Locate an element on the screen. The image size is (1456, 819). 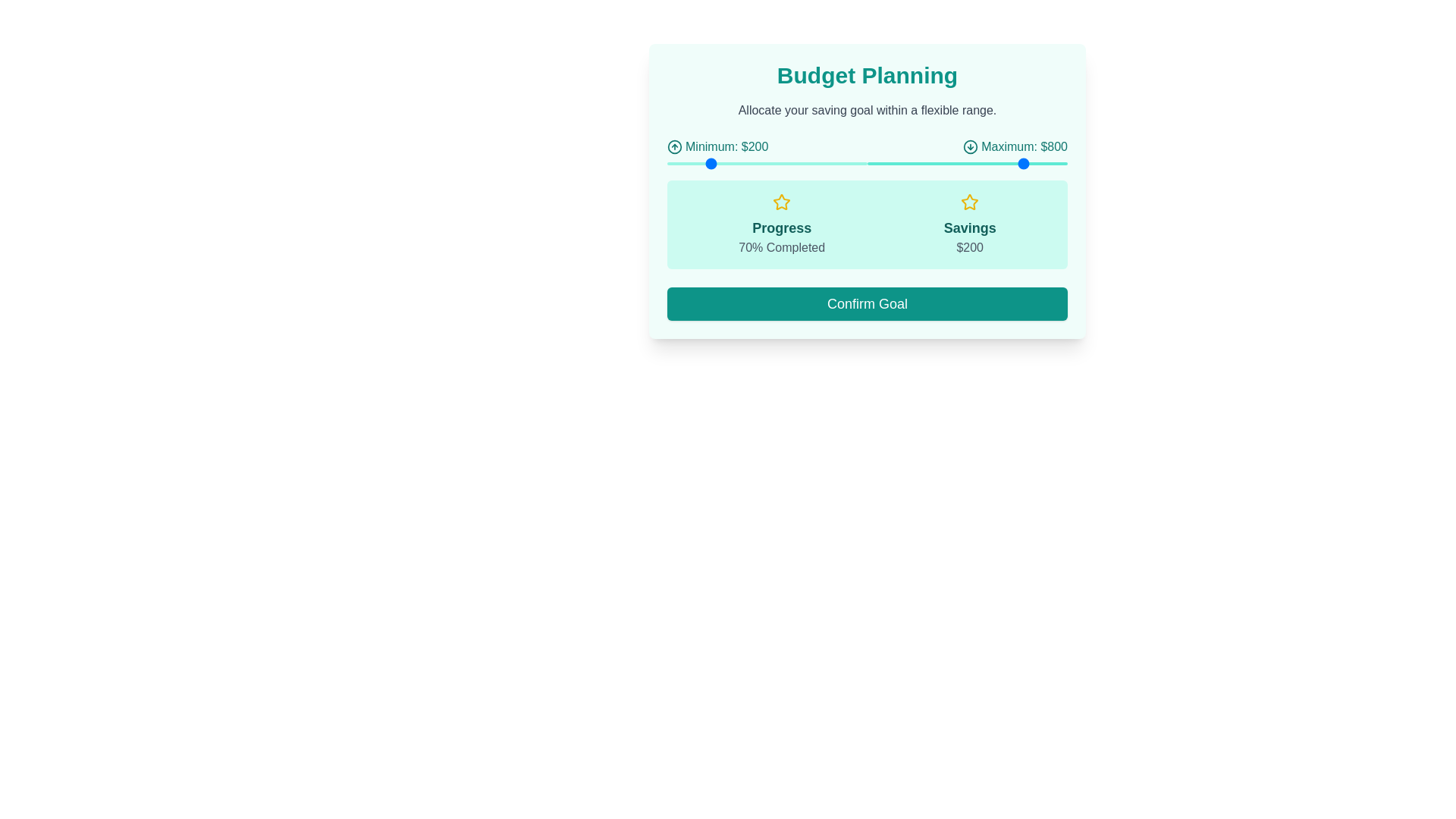
the slider value is located at coordinates (764, 164).